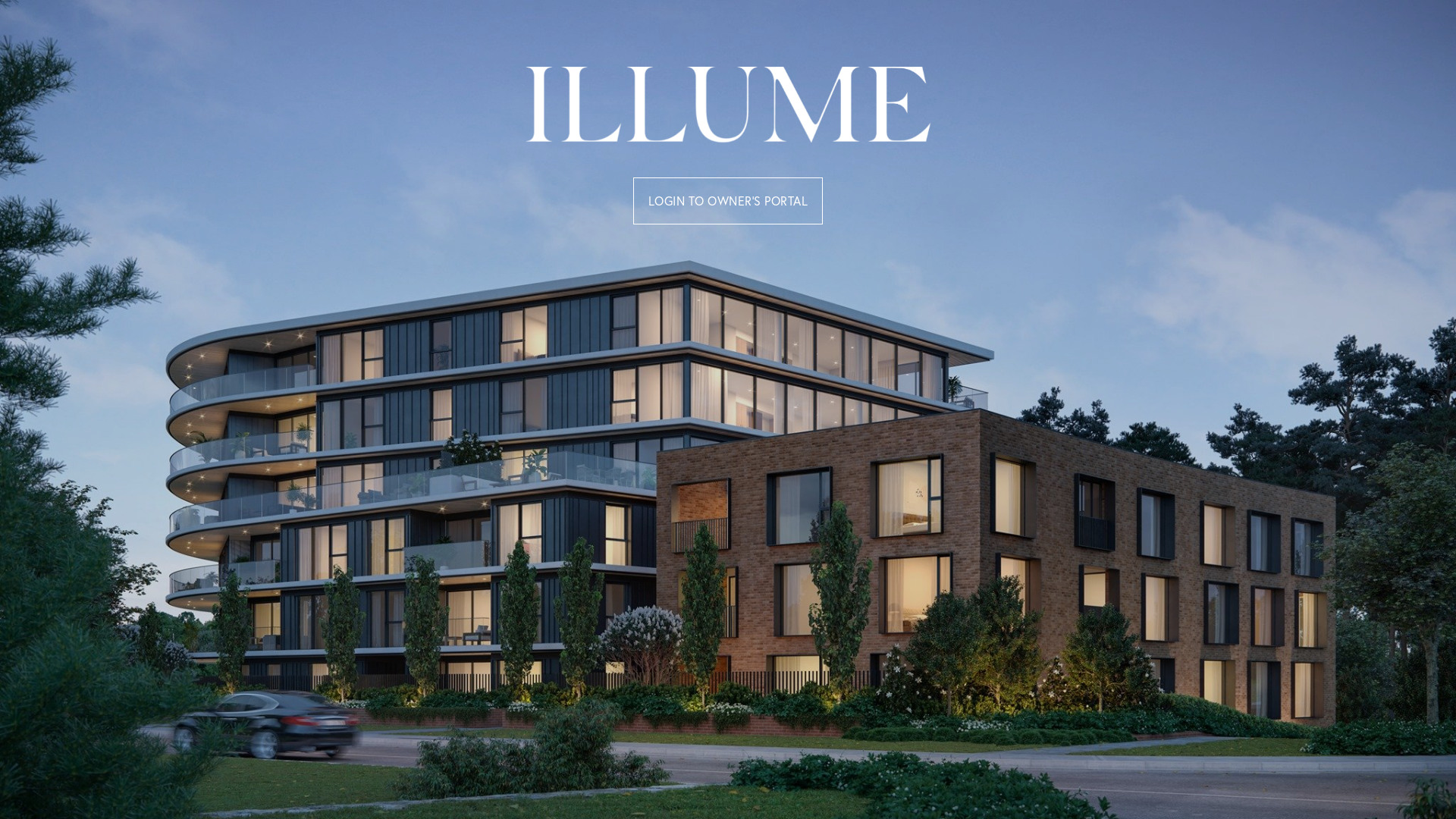 The image size is (1456, 819). Describe the element at coordinates (728, 199) in the screenshot. I see `'LOGIN TO OWNER'S PORTAL'` at that location.